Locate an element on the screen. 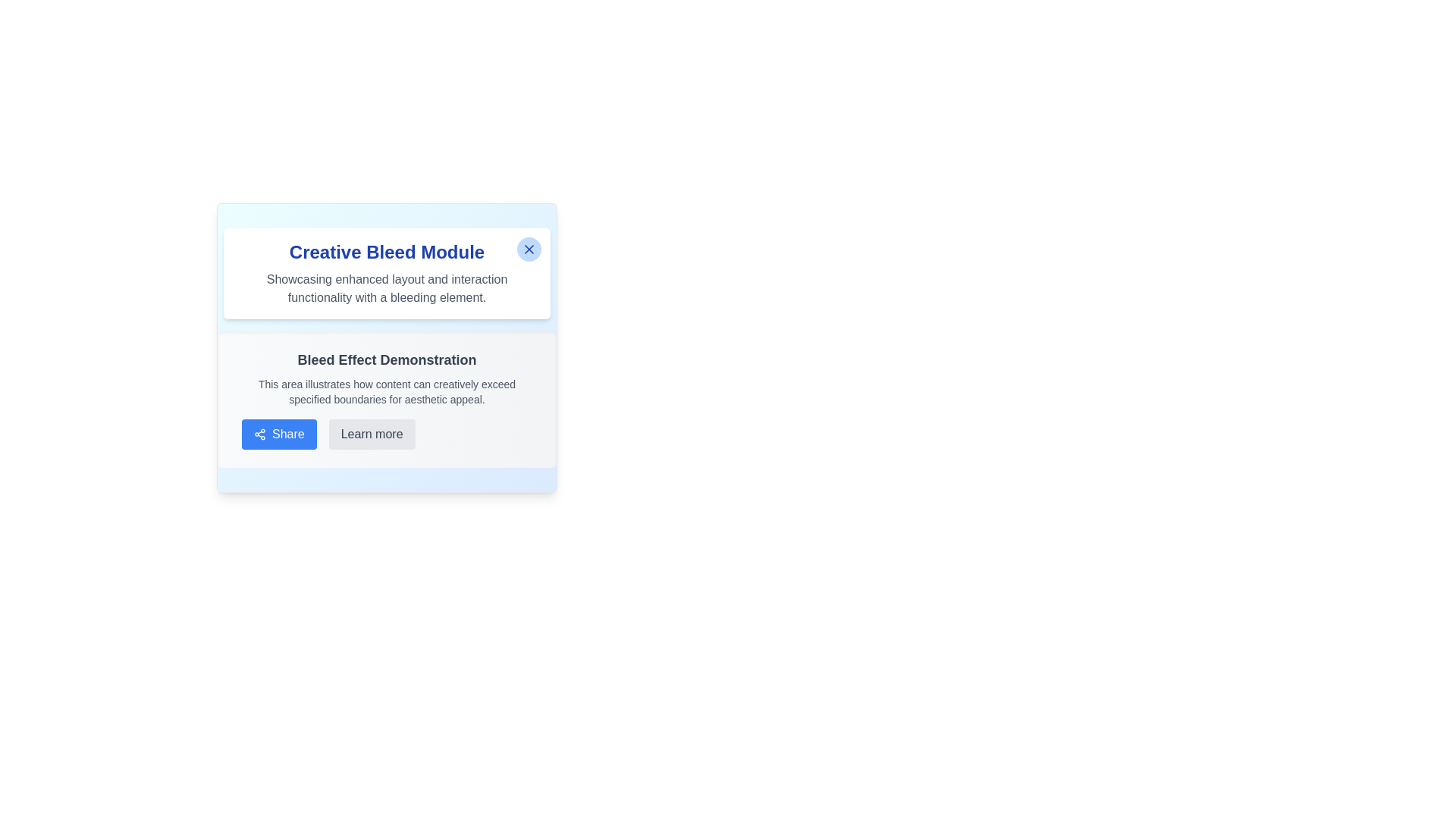 This screenshot has width=1456, height=819. the blue 'X' shaped close icon located at the top right corner of the card titled 'Creative Bleed Module' is located at coordinates (529, 248).